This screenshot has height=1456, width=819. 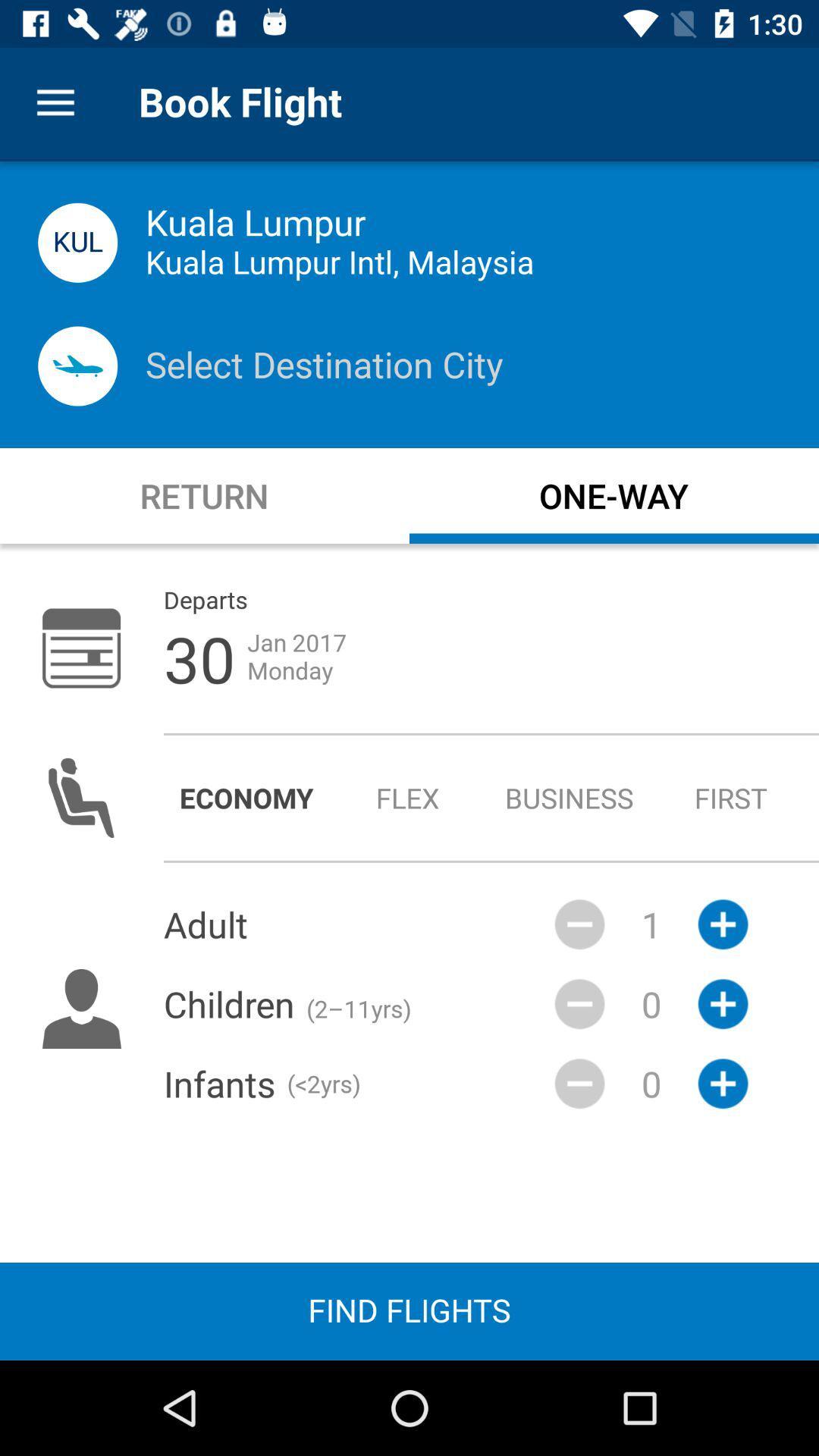 What do you see at coordinates (570, 797) in the screenshot?
I see `radio button next to the flex icon` at bounding box center [570, 797].